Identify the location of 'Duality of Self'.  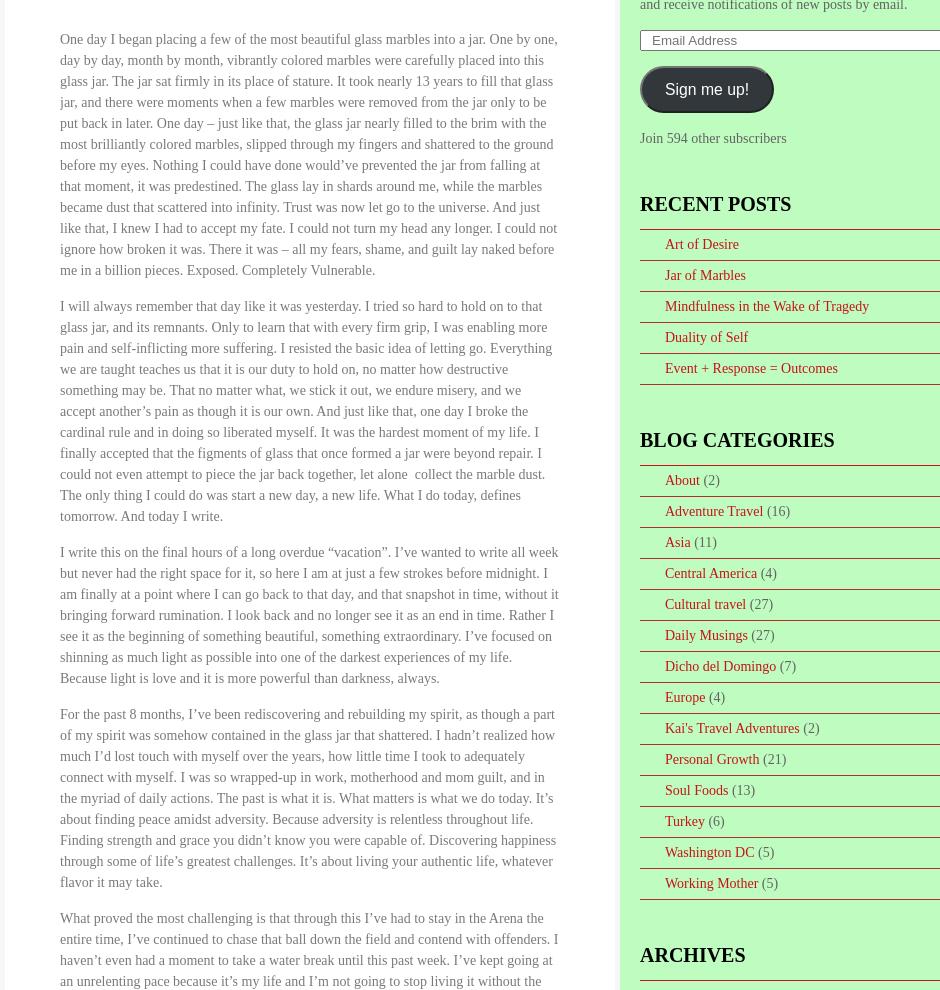
(706, 336).